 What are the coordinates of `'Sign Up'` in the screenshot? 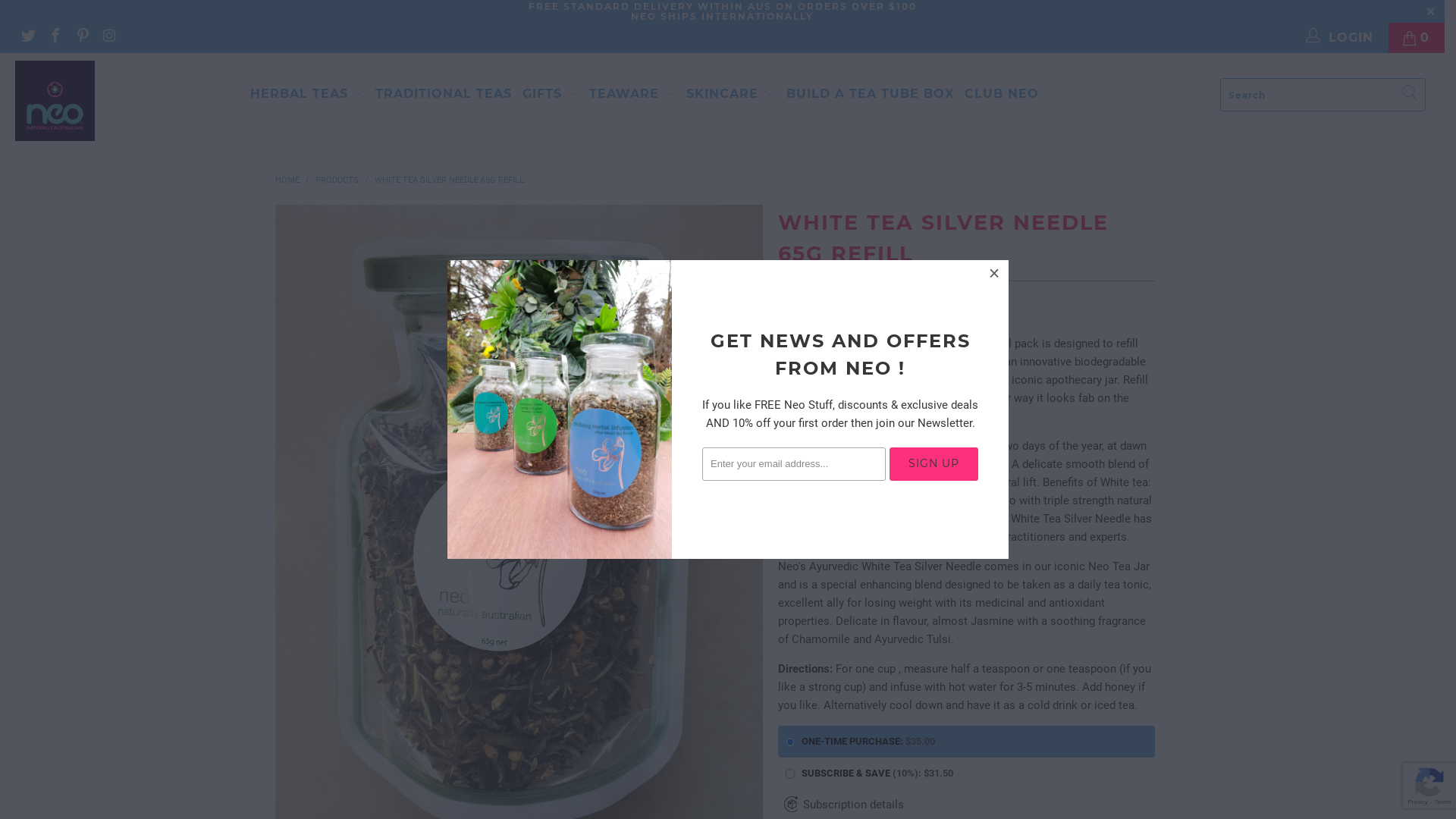 It's located at (933, 463).